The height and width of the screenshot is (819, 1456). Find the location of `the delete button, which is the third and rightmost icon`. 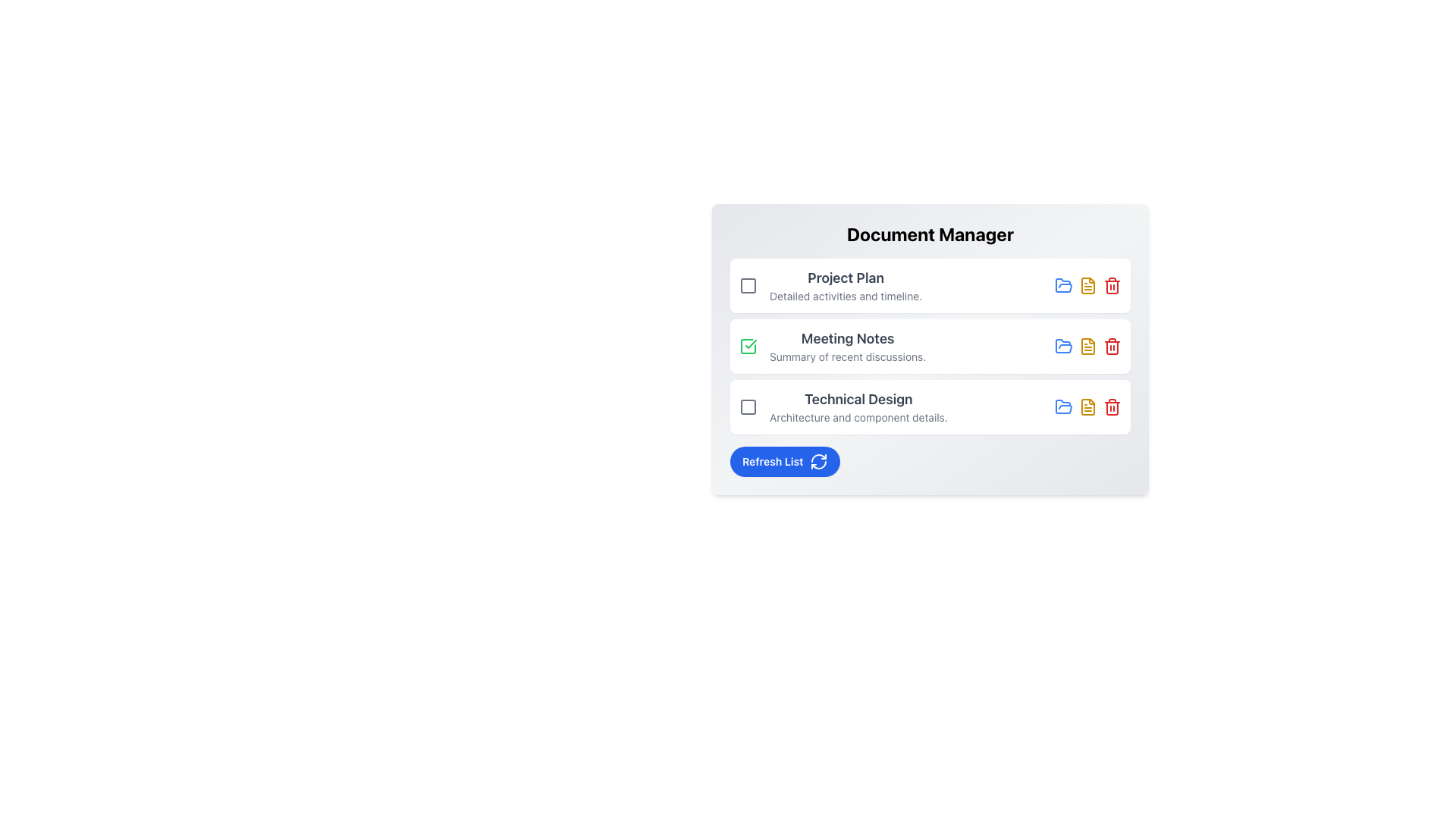

the delete button, which is the third and rightmost icon is located at coordinates (1112, 406).